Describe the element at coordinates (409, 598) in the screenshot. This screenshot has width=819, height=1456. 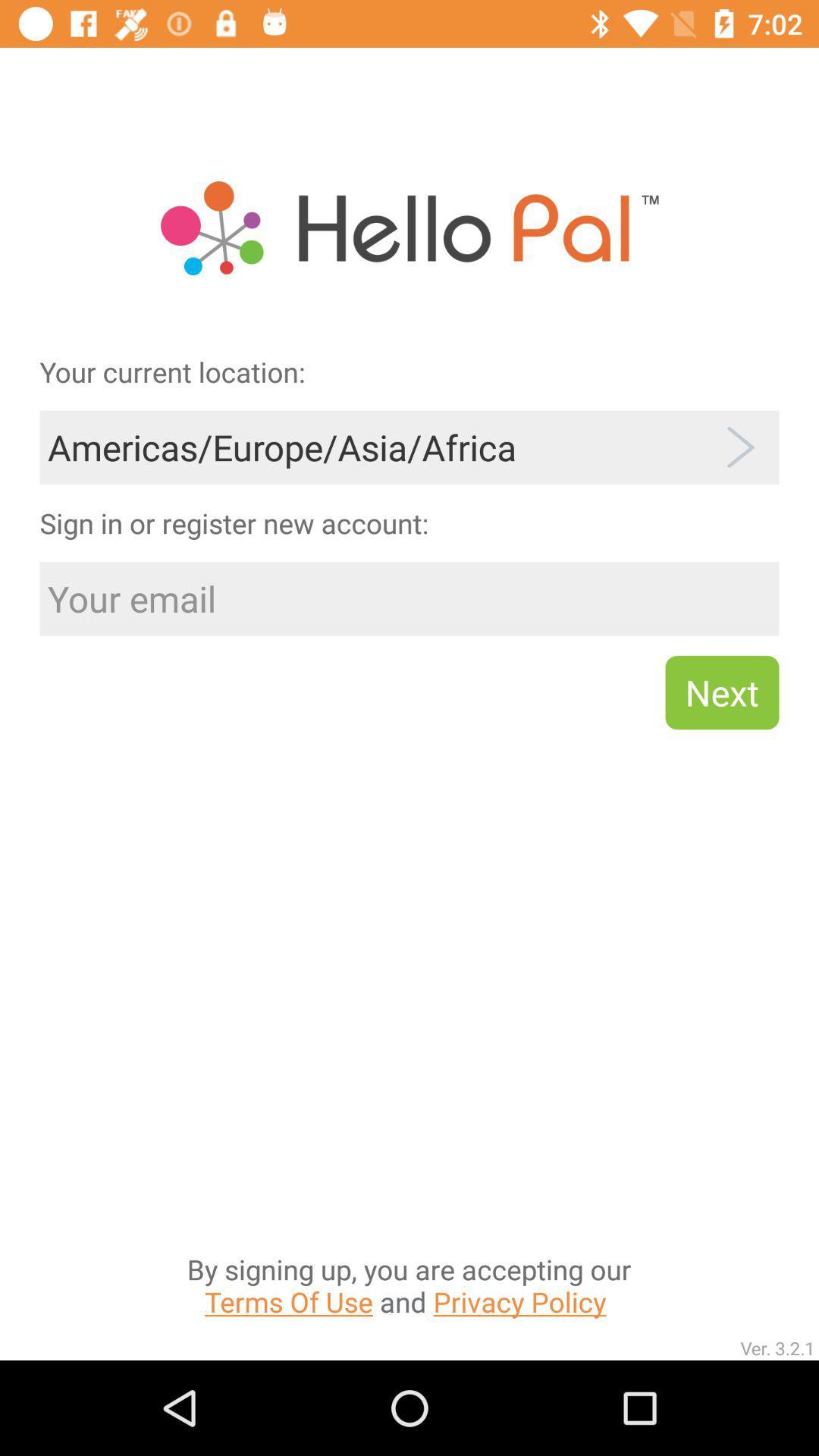
I see `the icon below sign in or item` at that location.